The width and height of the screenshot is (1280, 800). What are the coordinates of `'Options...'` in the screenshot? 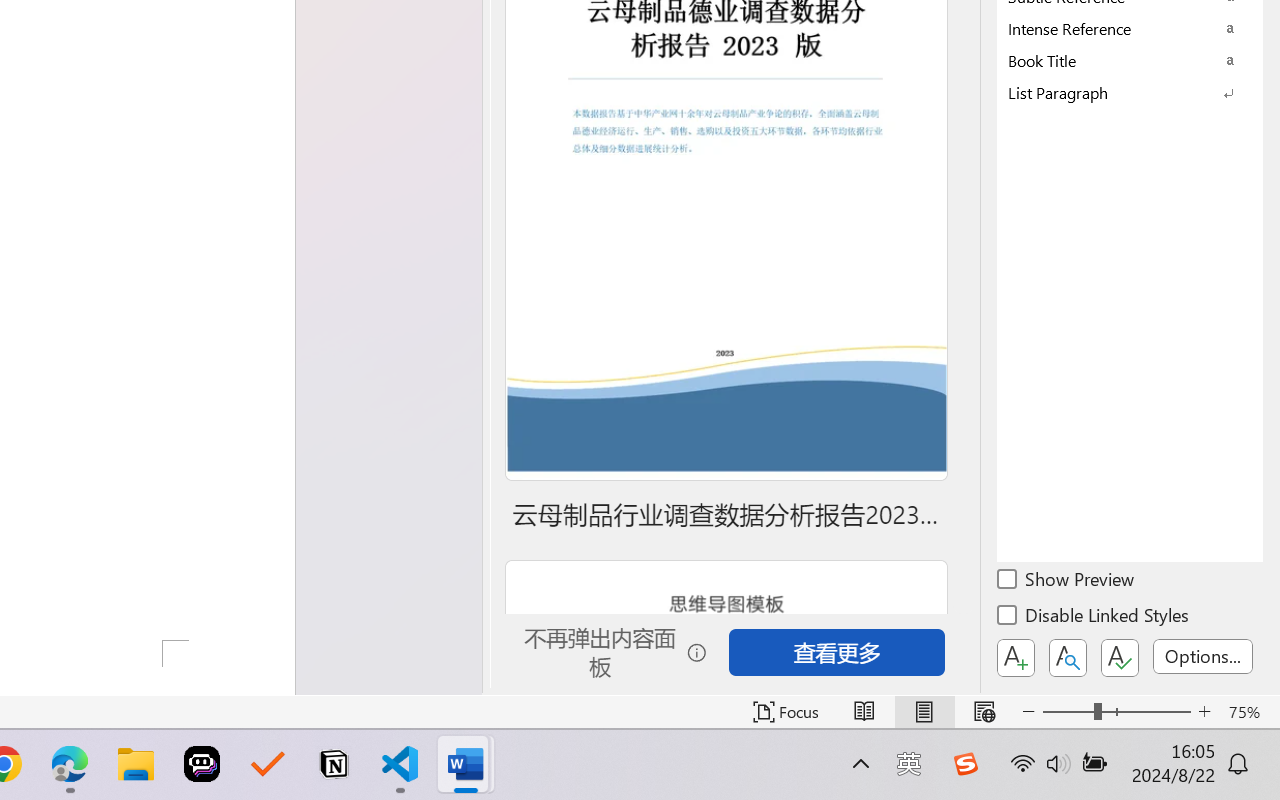 It's located at (1202, 655).